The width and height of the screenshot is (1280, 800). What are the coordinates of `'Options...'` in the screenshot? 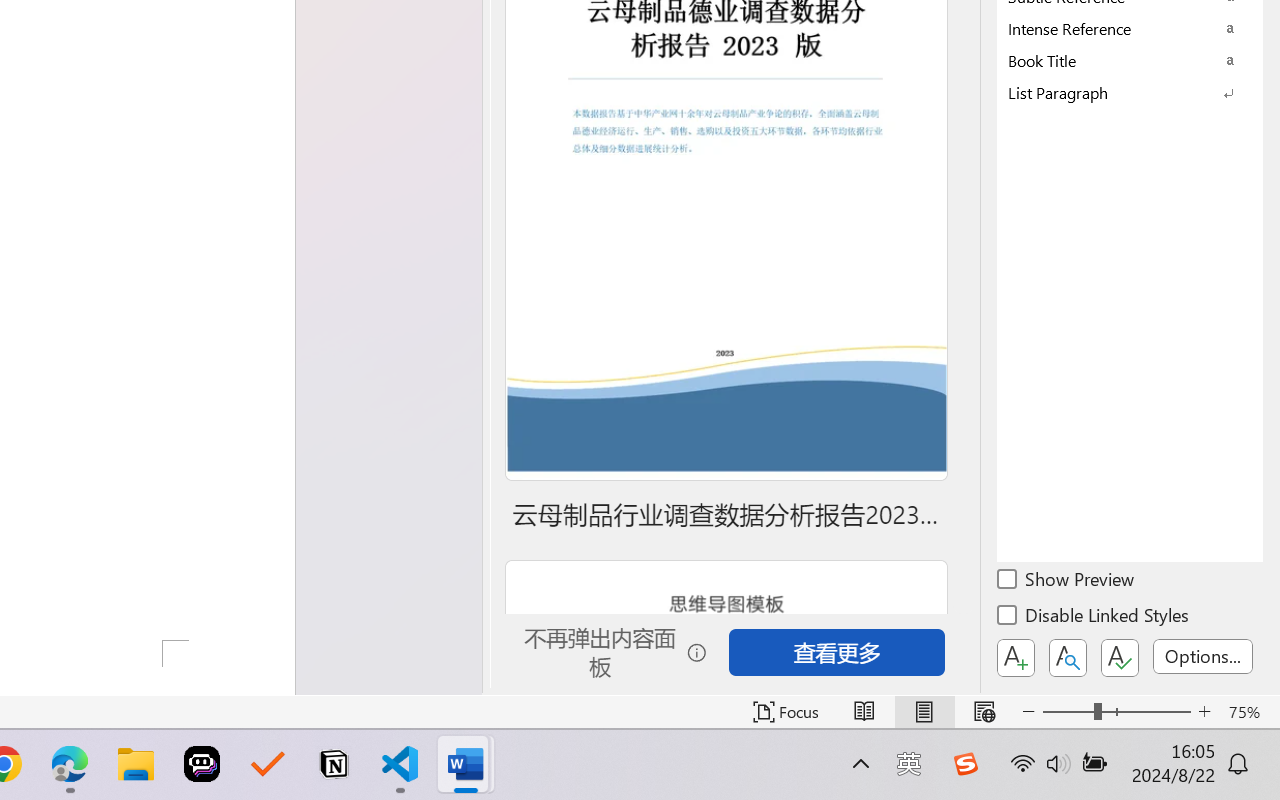 It's located at (1202, 655).